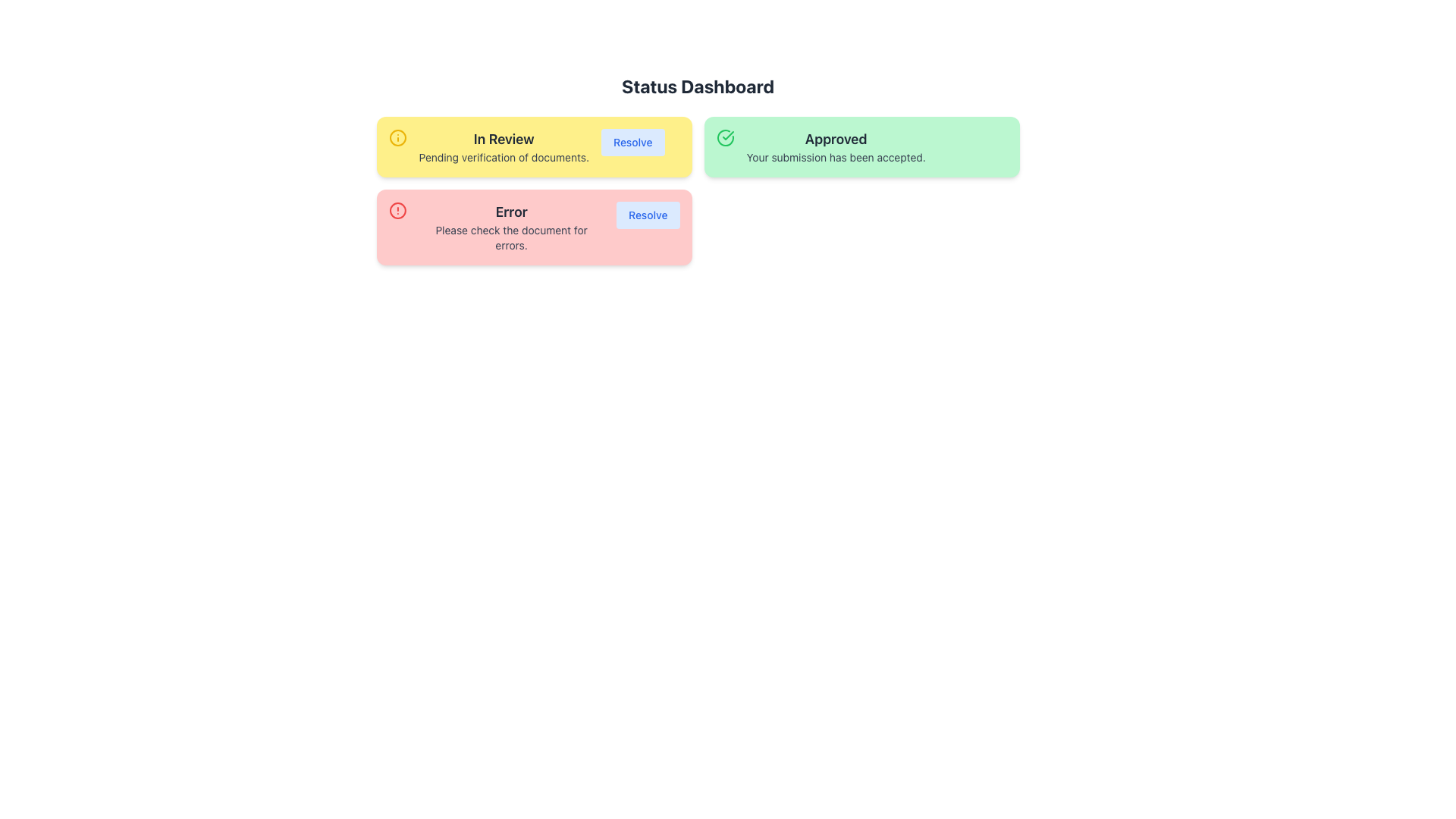 The height and width of the screenshot is (819, 1456). Describe the element at coordinates (397, 137) in the screenshot. I see `the outer circular component of the 'In Review' section's SVG icon to interact with the information status it represents` at that location.